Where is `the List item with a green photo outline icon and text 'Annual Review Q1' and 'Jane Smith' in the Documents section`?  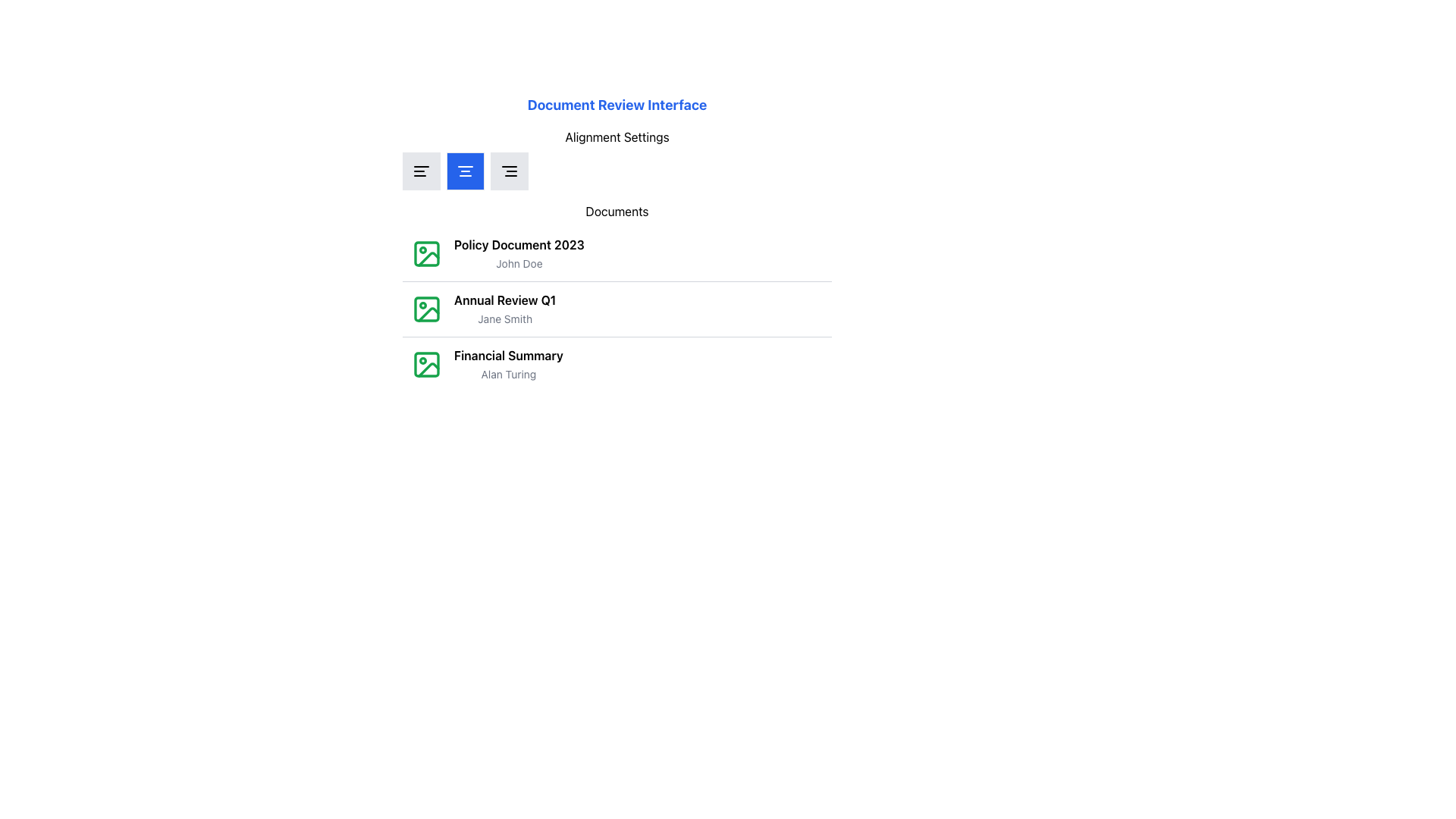
the List item with a green photo outline icon and text 'Annual Review Q1' and 'Jane Smith' in the Documents section is located at coordinates (483, 309).